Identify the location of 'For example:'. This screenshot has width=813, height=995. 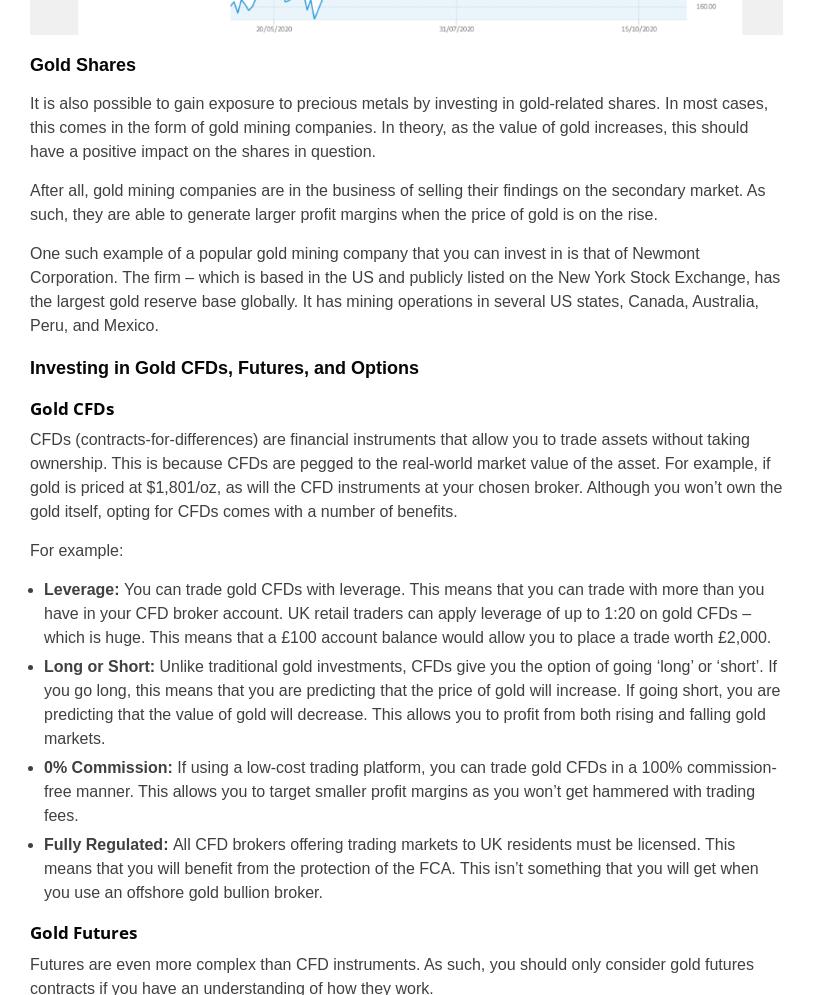
(75, 550).